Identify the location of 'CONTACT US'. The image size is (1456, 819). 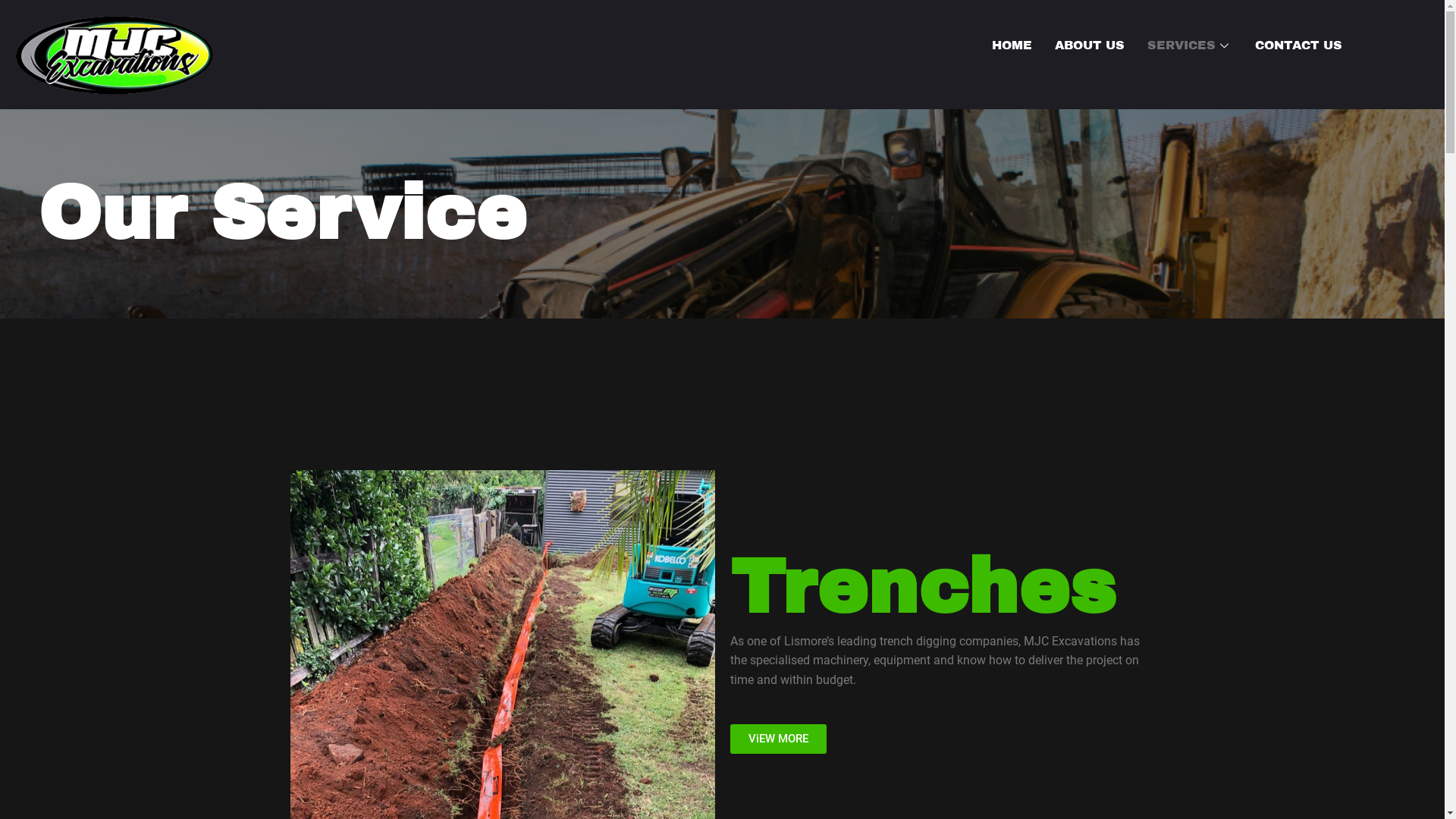
(1244, 45).